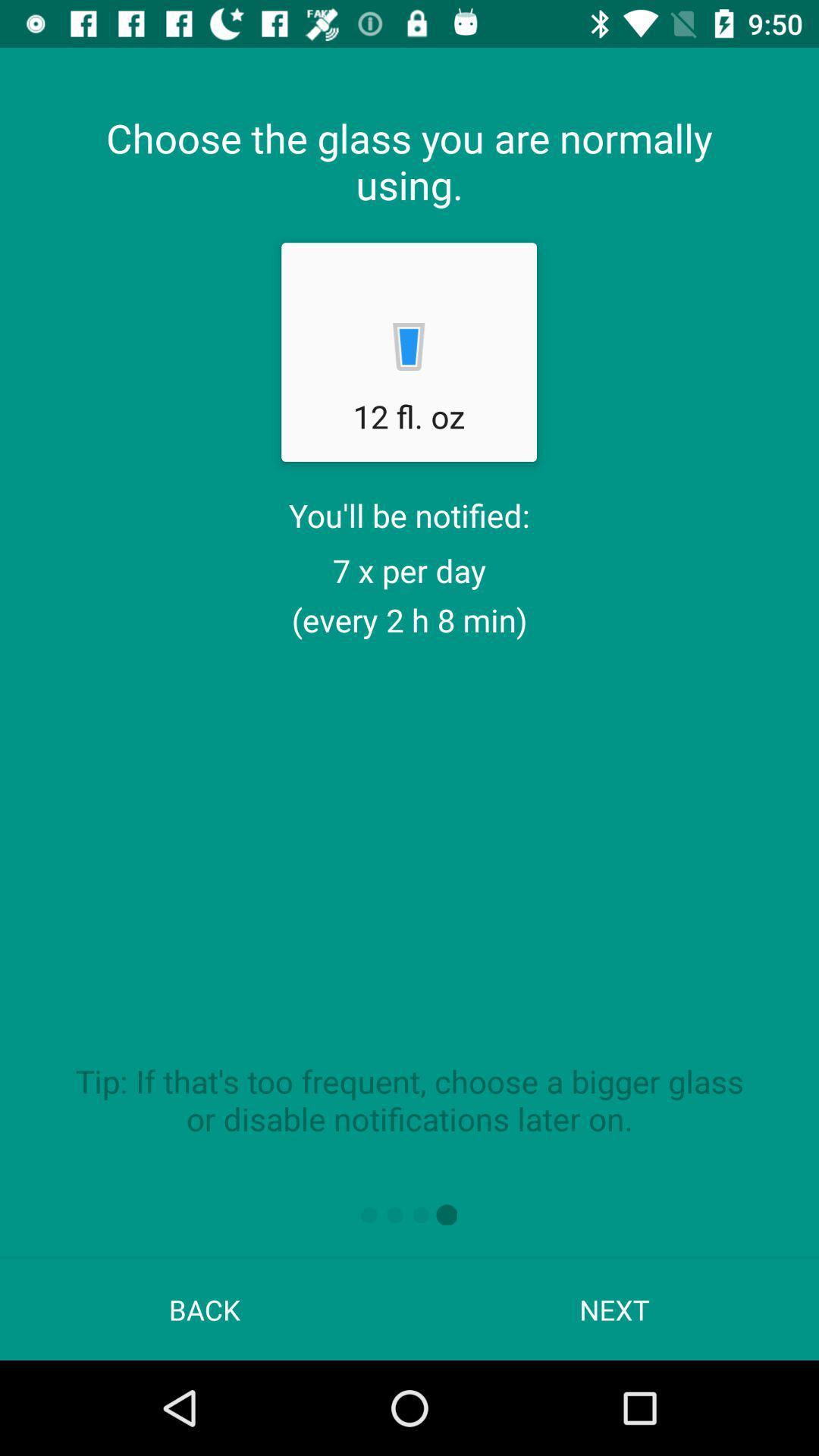 This screenshot has height=1456, width=819. Describe the element at coordinates (614, 1309) in the screenshot. I see `next item` at that location.